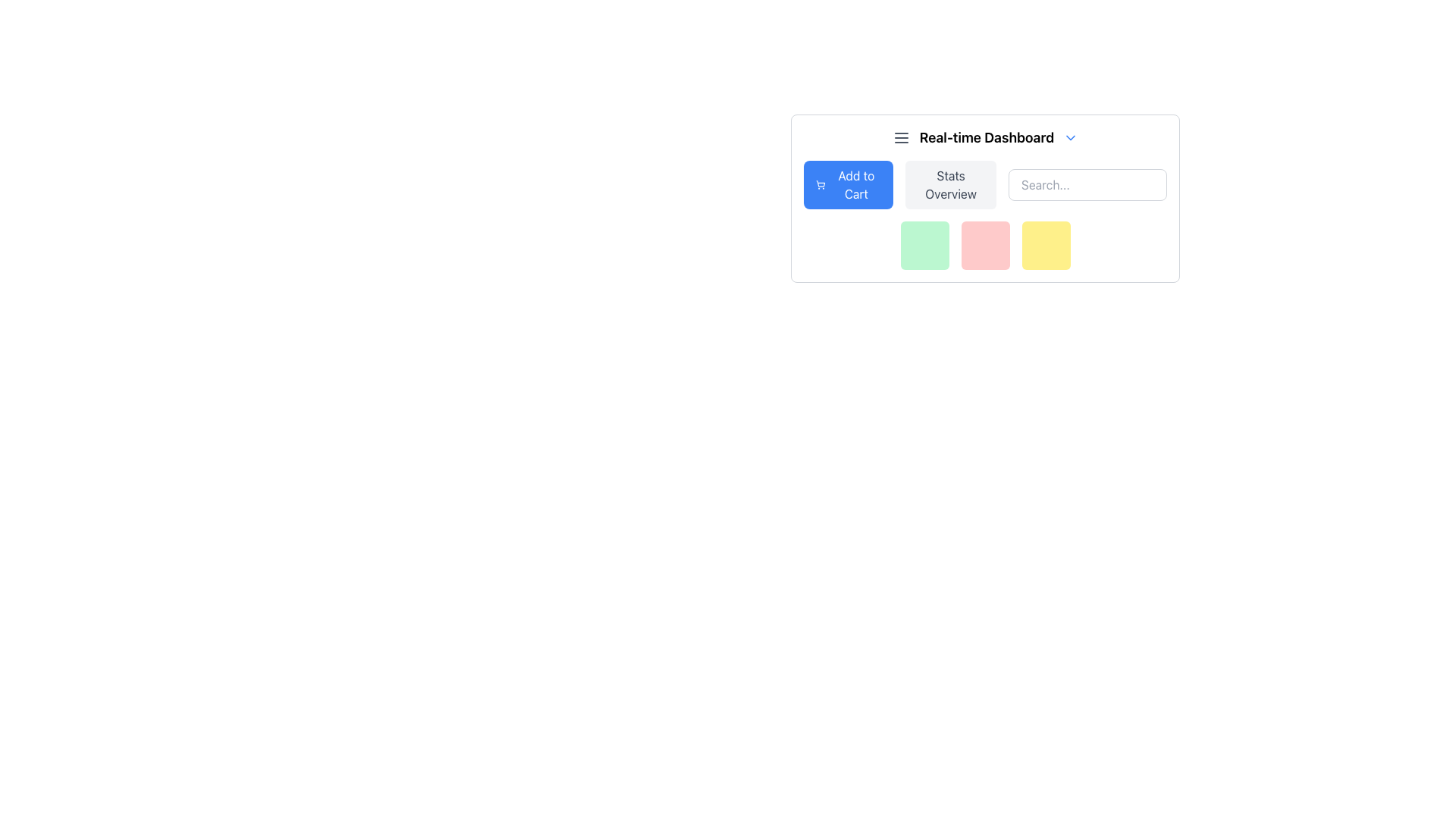 The image size is (1456, 819). Describe the element at coordinates (985, 184) in the screenshot. I see `the light gray rectangular area labeled 'Stats Overview'` at that location.